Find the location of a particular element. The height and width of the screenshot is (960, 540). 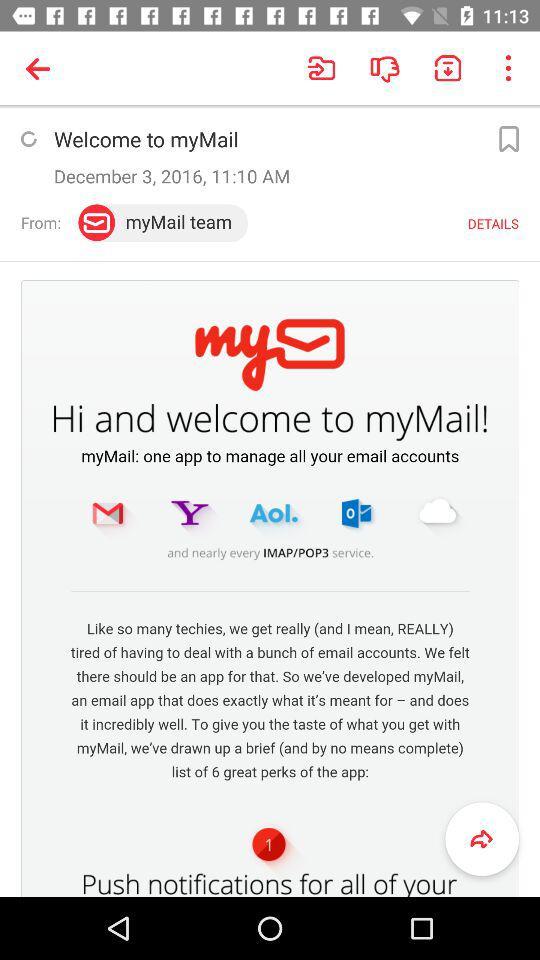

refresh page is located at coordinates (27, 138).